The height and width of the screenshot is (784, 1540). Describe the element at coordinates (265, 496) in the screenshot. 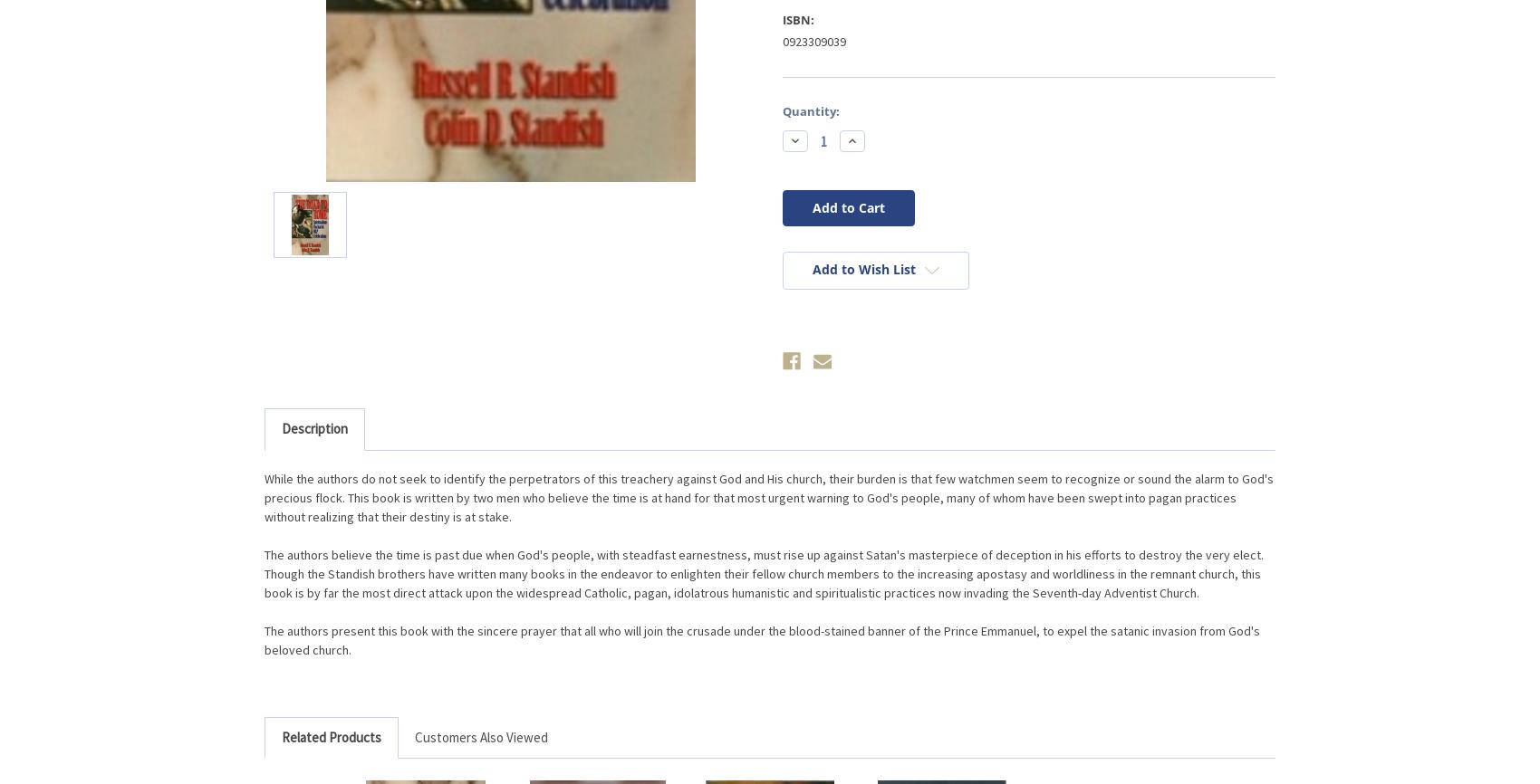

I see `'While the authors do not seek to identify the perpetrators of this treachery against God and His church, their burden is that few watchmen seem to recognize or sound the alarm to God's precious flock. This book is written by two men who believe the time is at hand for that most urgent warning to God's people, many of whom have been swept into pagan practices without realizing that their destiny is at stake.'` at that location.